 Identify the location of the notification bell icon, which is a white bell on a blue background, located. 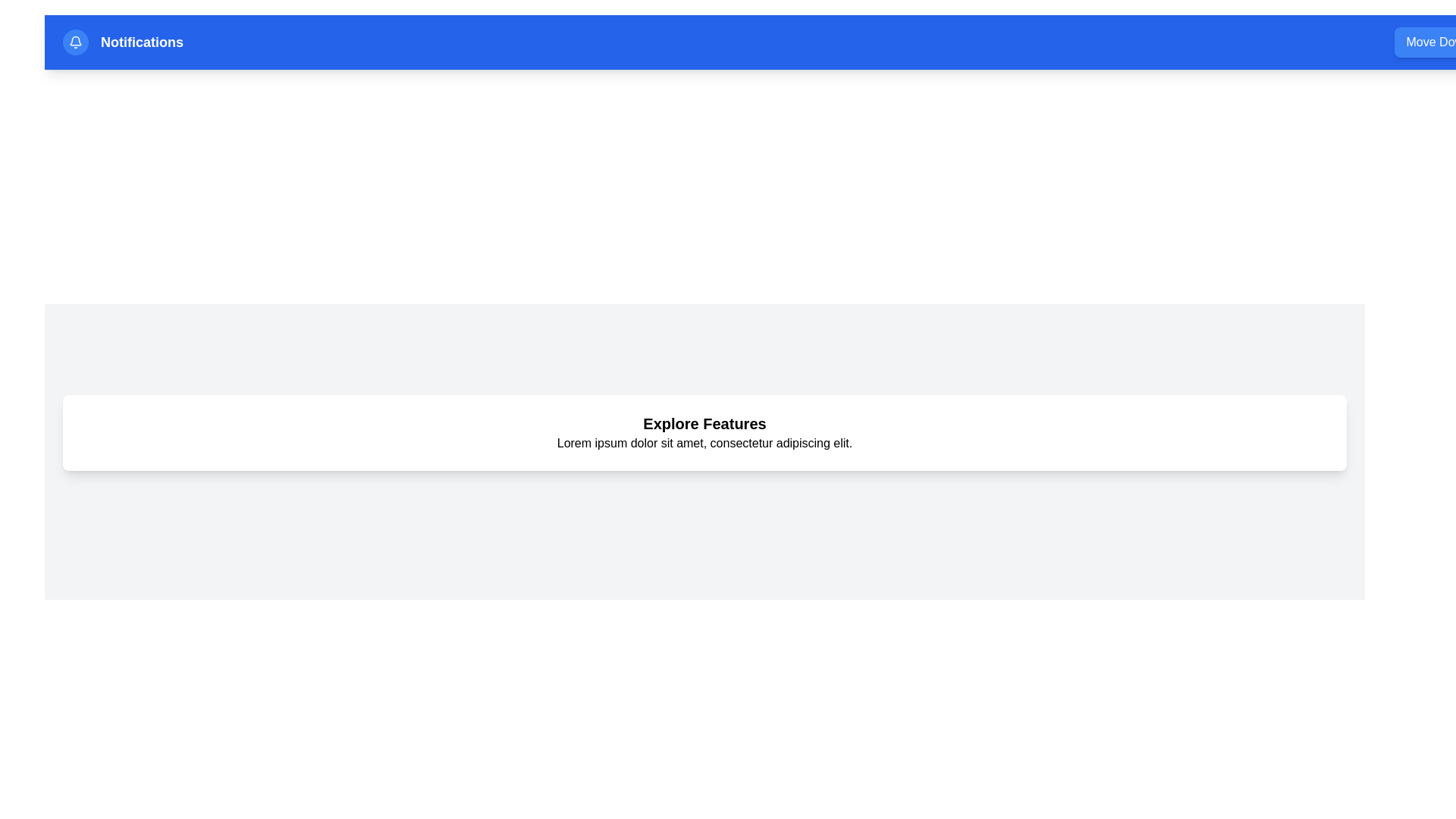
(75, 42).